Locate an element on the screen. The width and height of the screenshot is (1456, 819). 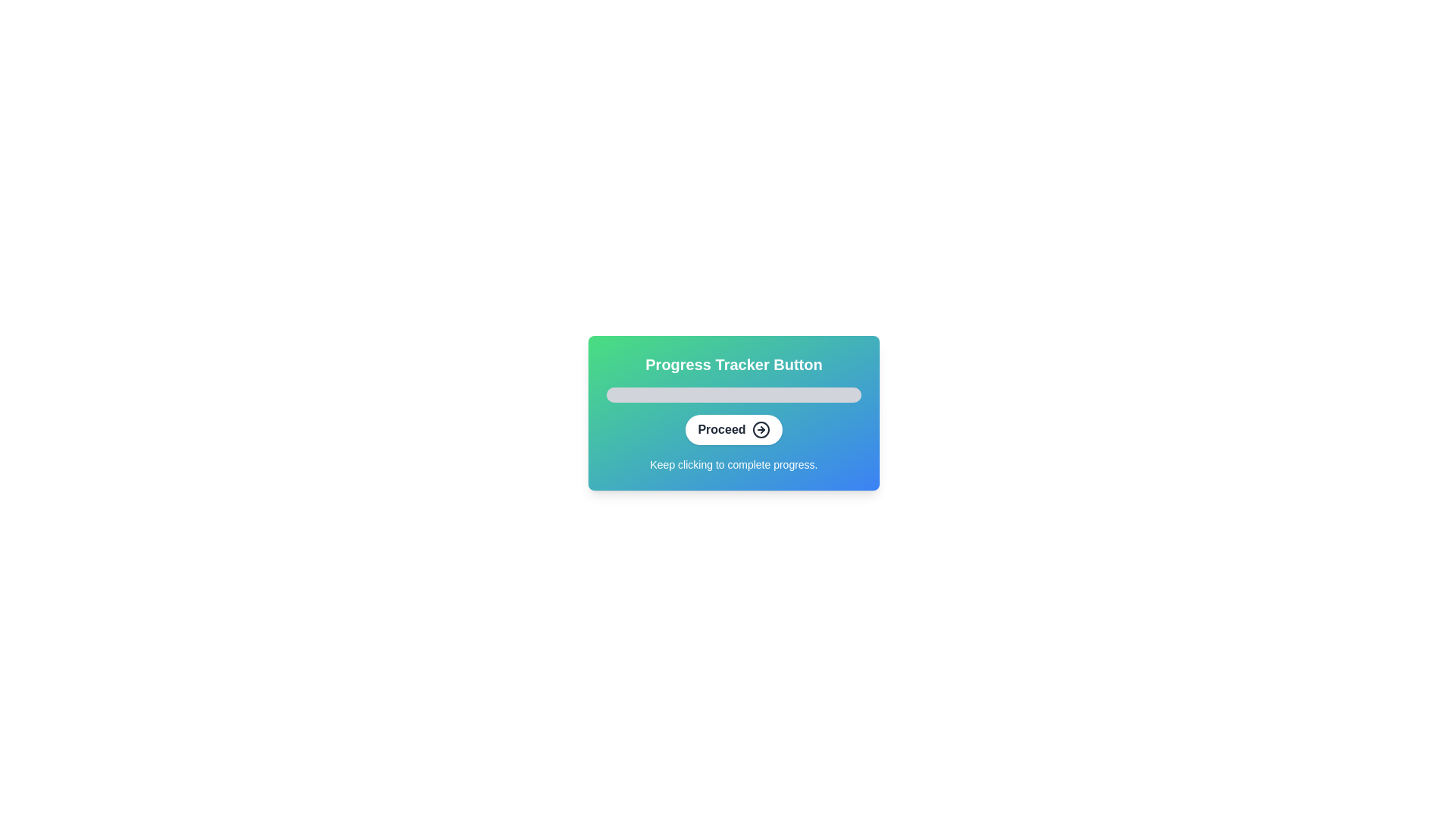
the progress bar located centrally beneath the 'Progress Tracker Button' and above the 'Proceed' button, which visually represents the status of a process is located at coordinates (734, 394).